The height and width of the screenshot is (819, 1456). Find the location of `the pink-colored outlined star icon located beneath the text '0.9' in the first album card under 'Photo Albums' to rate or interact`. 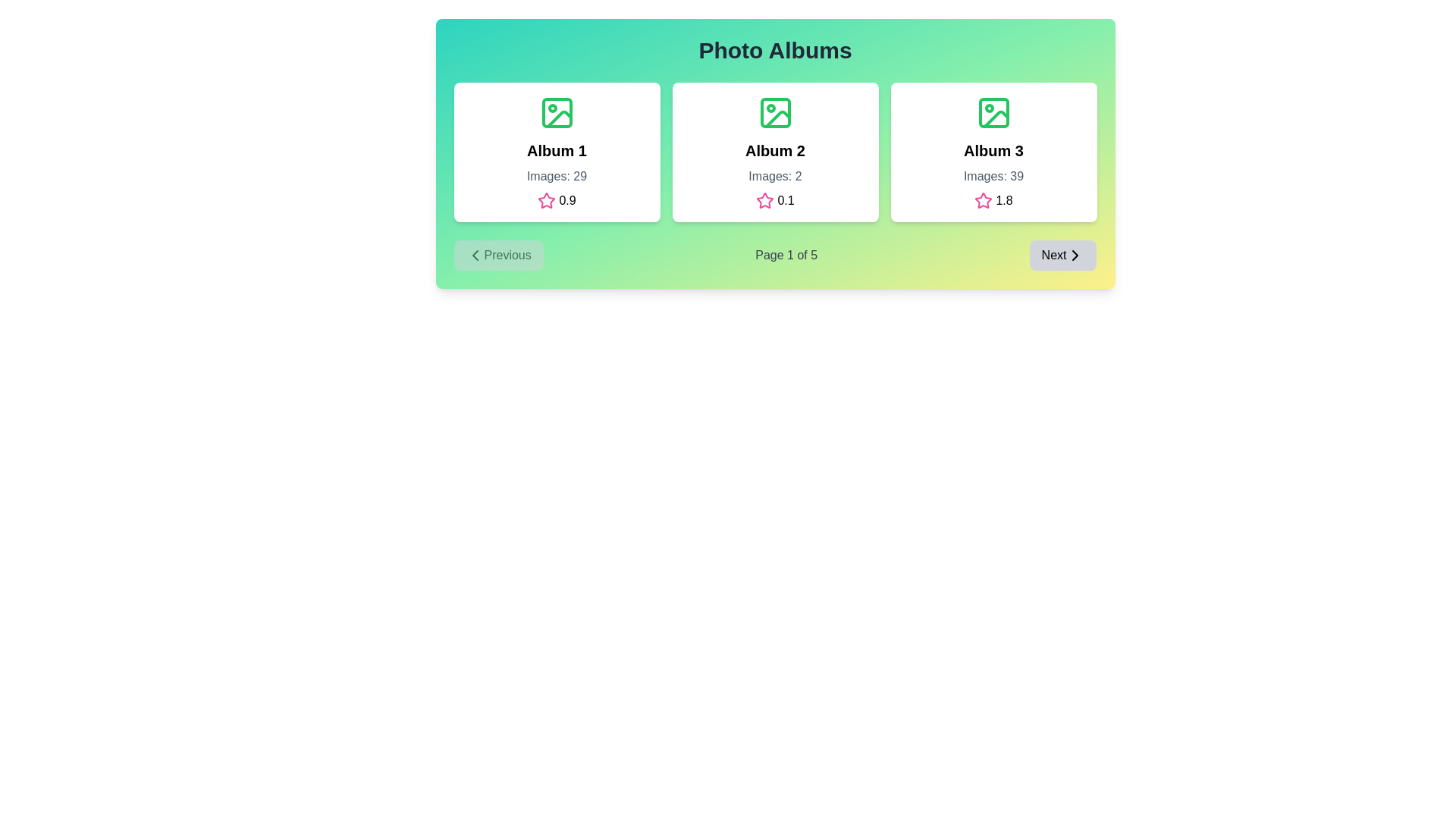

the pink-colored outlined star icon located beneath the text '0.9' in the first album card under 'Photo Albums' to rate or interact is located at coordinates (546, 199).